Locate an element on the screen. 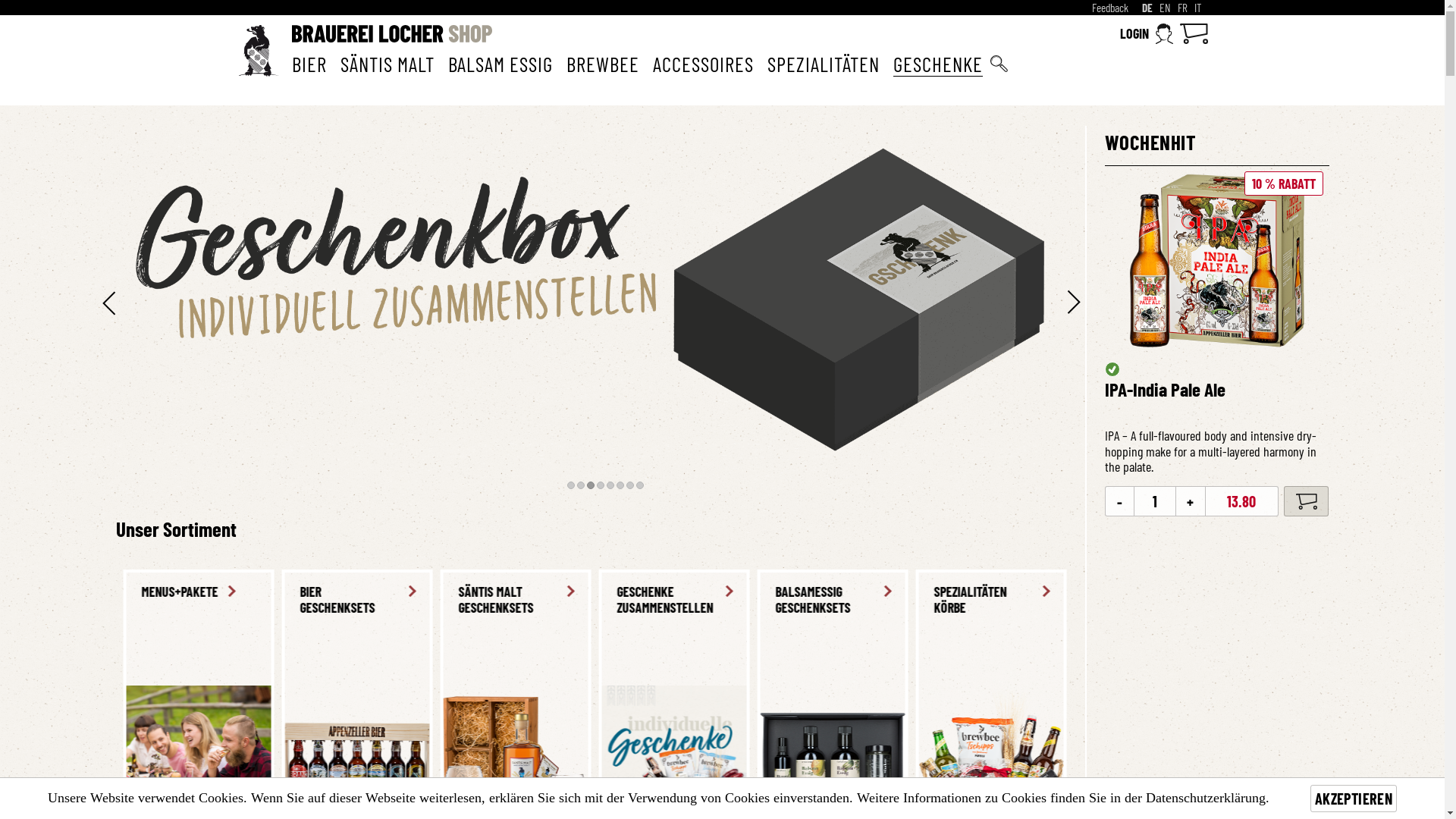 This screenshot has height=819, width=1456. '+' is located at coordinates (1189, 500).